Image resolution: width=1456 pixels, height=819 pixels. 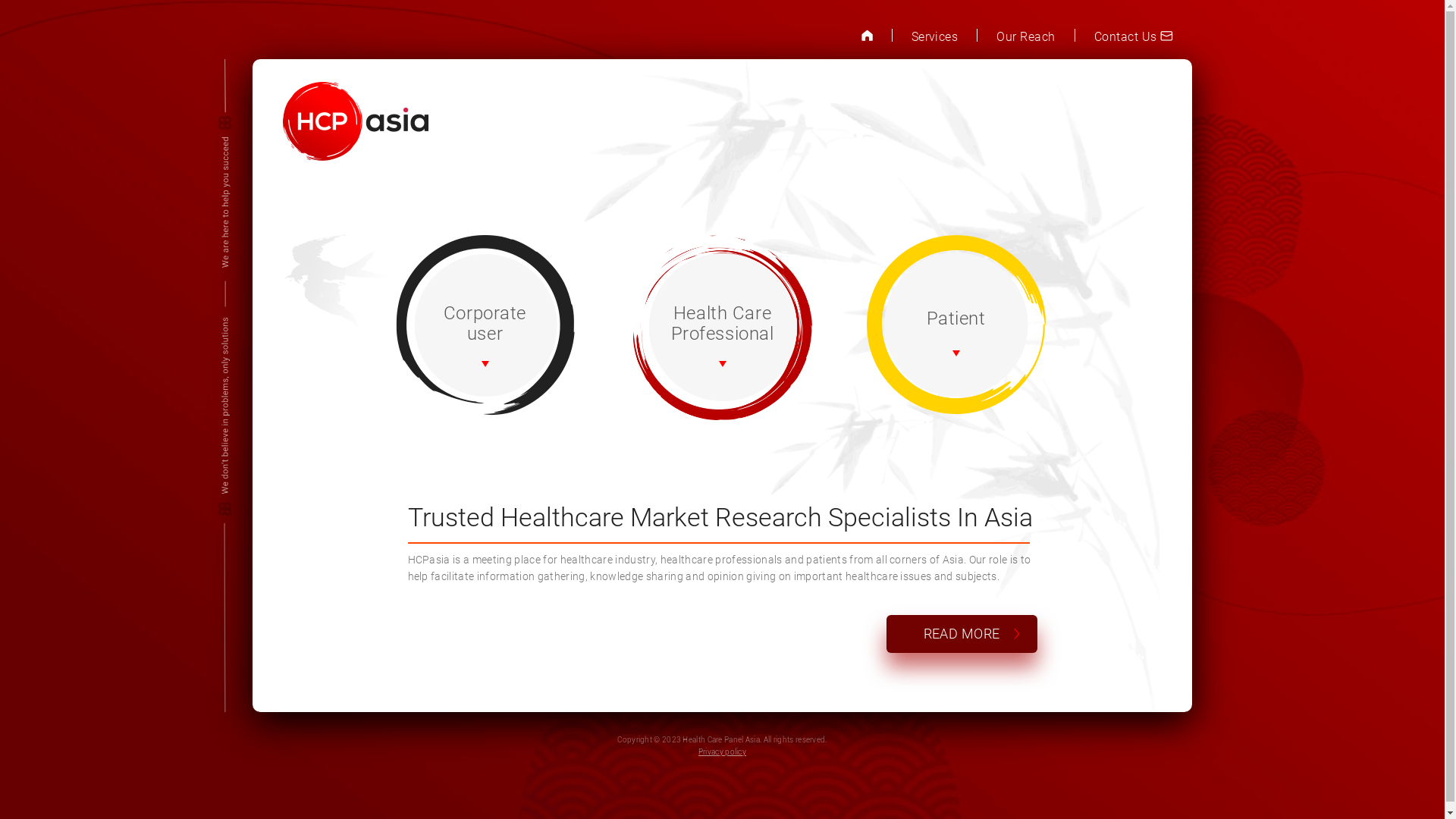 What do you see at coordinates (721, 752) in the screenshot?
I see `'Privacy policy'` at bounding box center [721, 752].